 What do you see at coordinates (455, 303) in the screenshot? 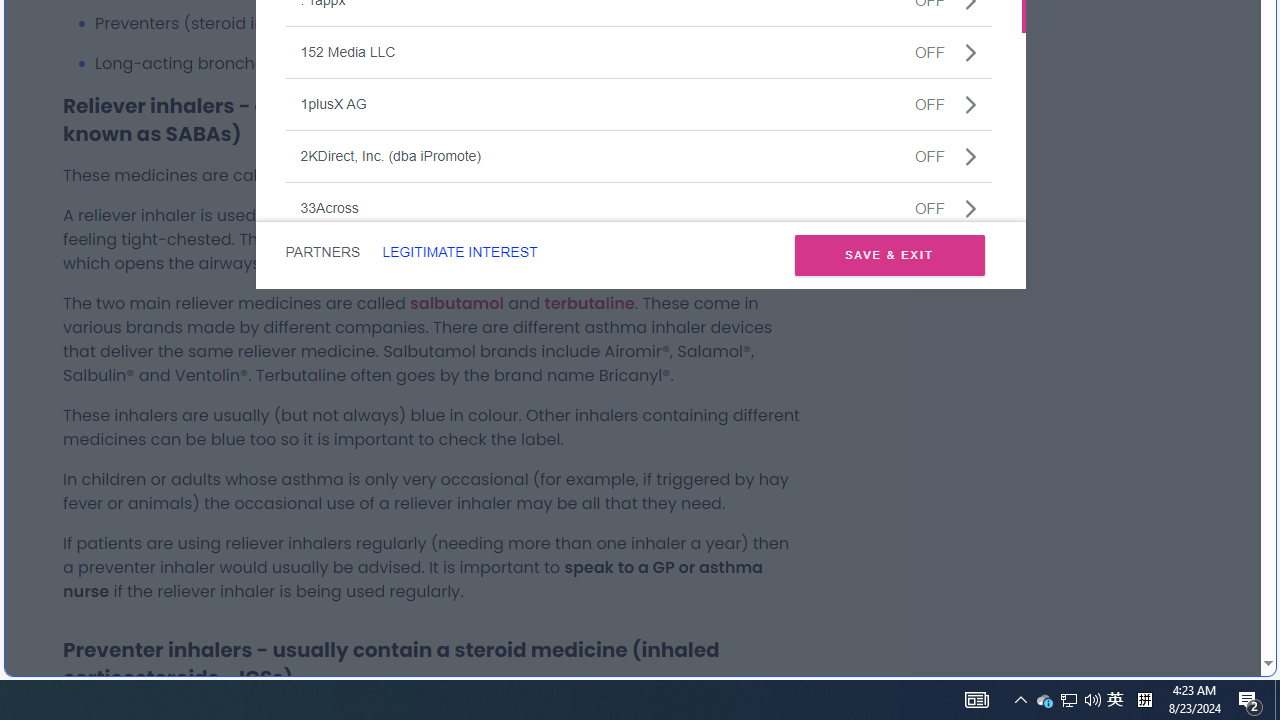
I see `'salbutamol'` at bounding box center [455, 303].